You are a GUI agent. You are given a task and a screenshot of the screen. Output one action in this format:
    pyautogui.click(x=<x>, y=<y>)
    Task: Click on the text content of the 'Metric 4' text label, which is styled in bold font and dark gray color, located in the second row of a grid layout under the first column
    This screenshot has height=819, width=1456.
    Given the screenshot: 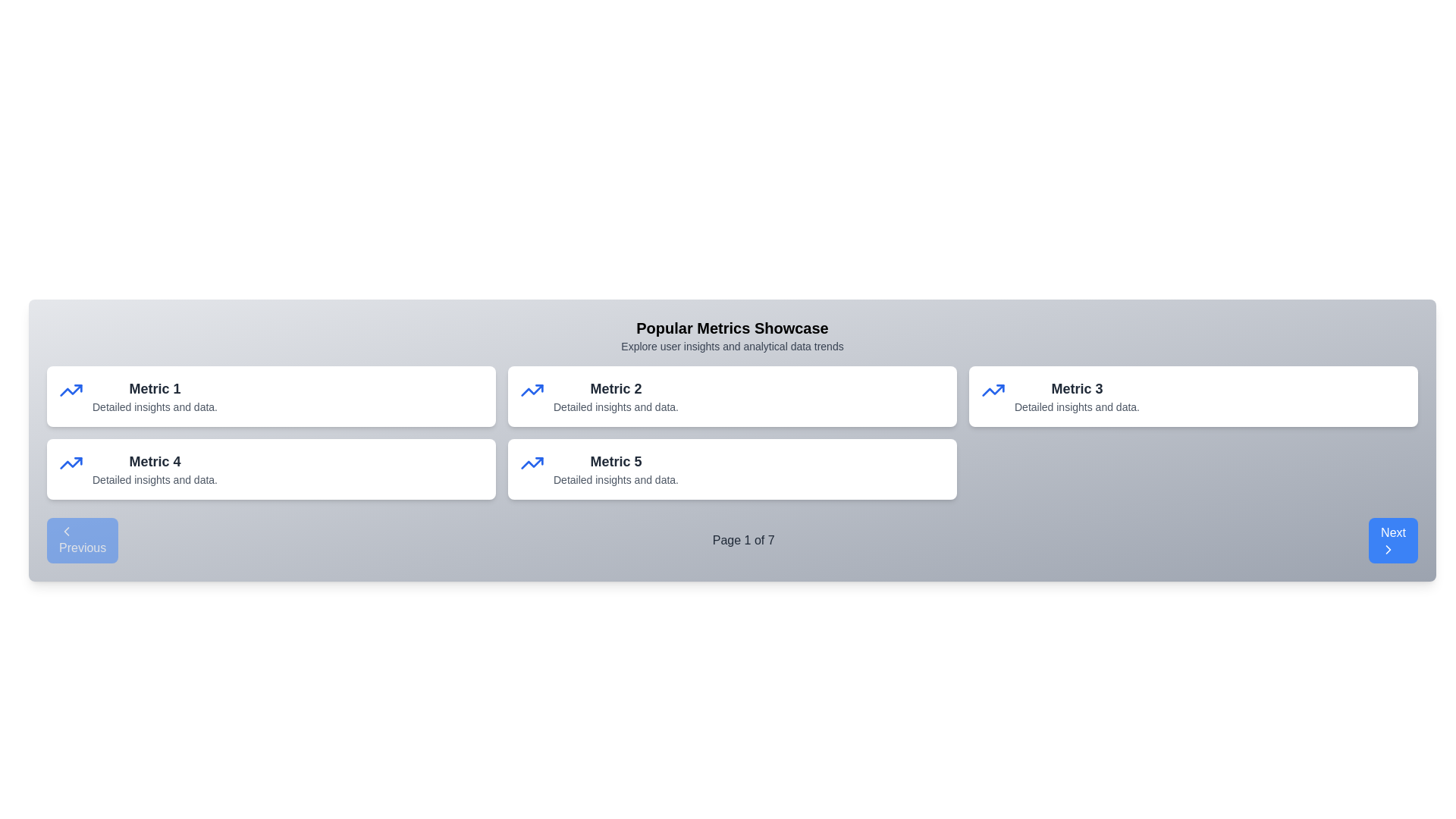 What is the action you would take?
    pyautogui.click(x=155, y=461)
    